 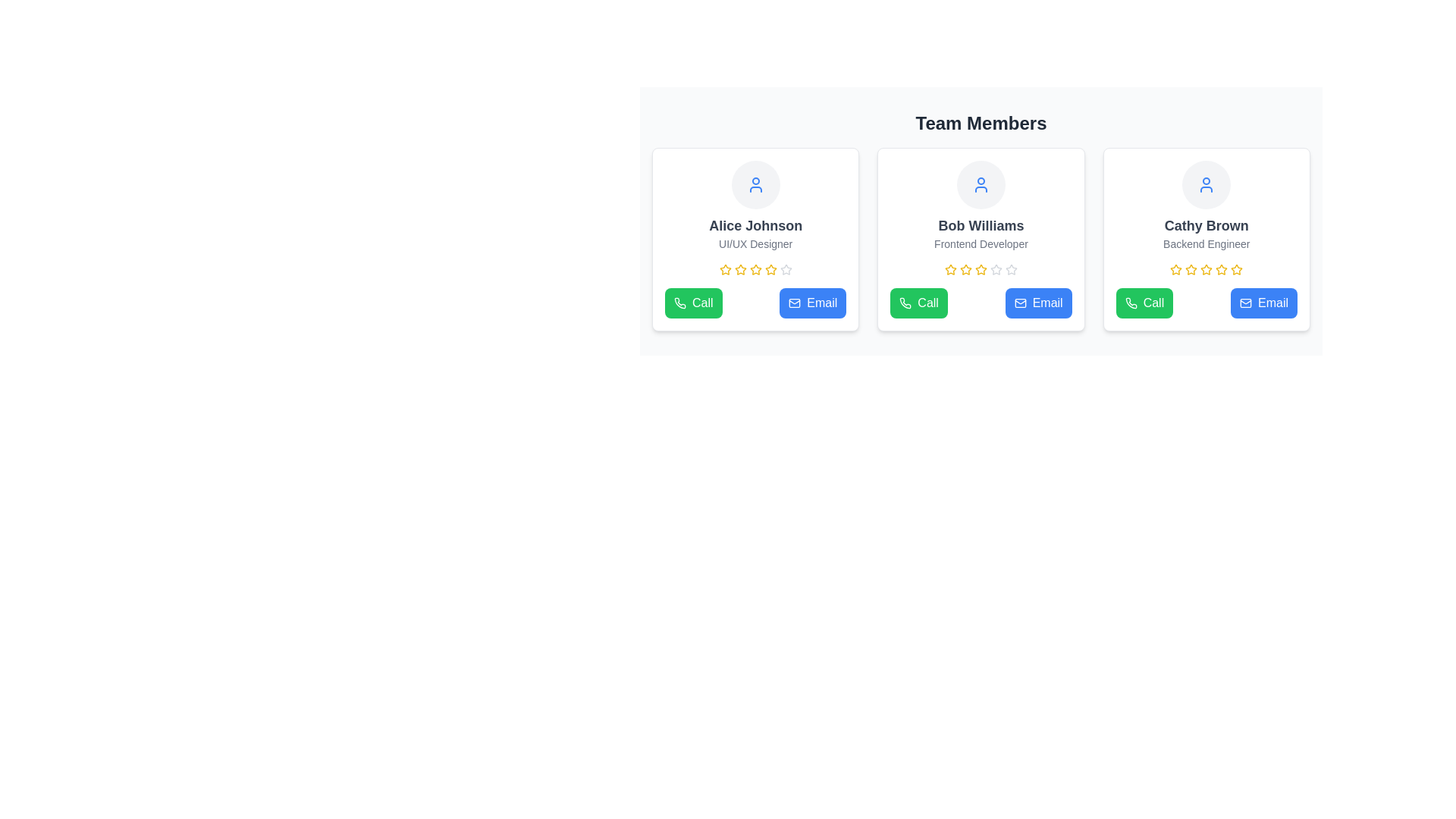 I want to click on the second star in the rating system for 'Bob Williams' in the second user card of the 'Team Members' group, so click(x=949, y=268).